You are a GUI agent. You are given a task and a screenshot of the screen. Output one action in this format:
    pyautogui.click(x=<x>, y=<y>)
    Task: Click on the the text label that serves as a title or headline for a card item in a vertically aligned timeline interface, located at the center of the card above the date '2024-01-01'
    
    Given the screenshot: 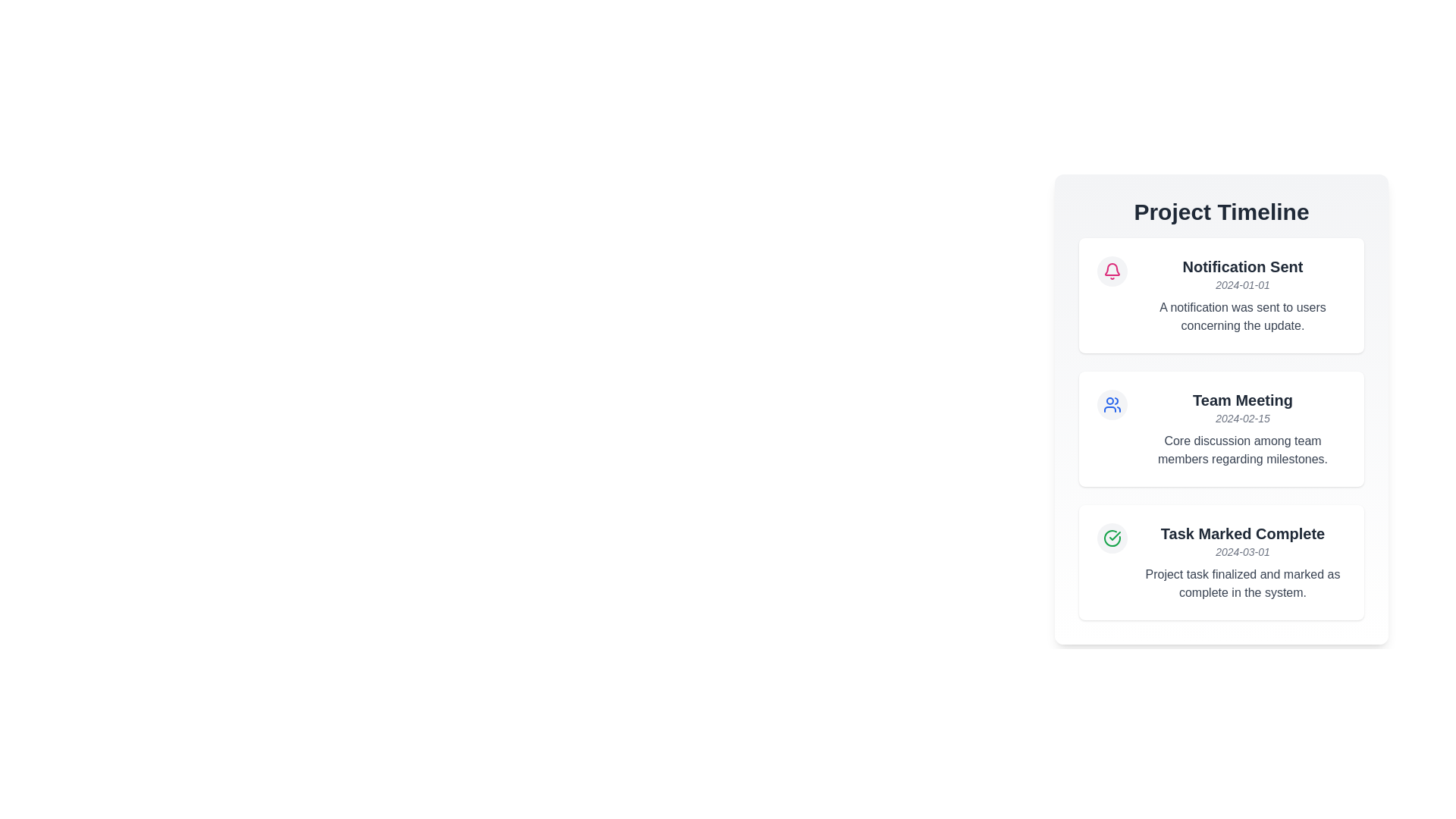 What is the action you would take?
    pyautogui.click(x=1242, y=265)
    